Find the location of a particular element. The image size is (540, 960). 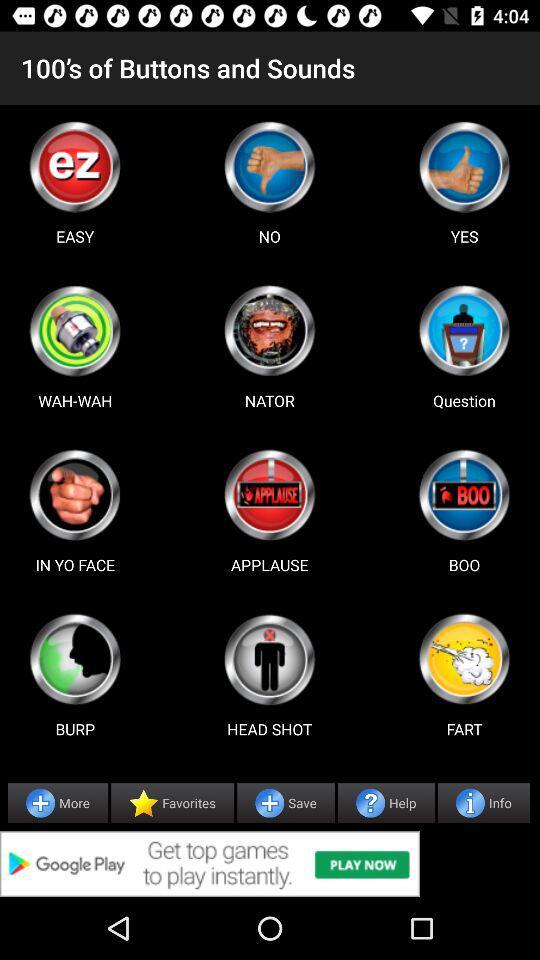

picture is located at coordinates (74, 658).